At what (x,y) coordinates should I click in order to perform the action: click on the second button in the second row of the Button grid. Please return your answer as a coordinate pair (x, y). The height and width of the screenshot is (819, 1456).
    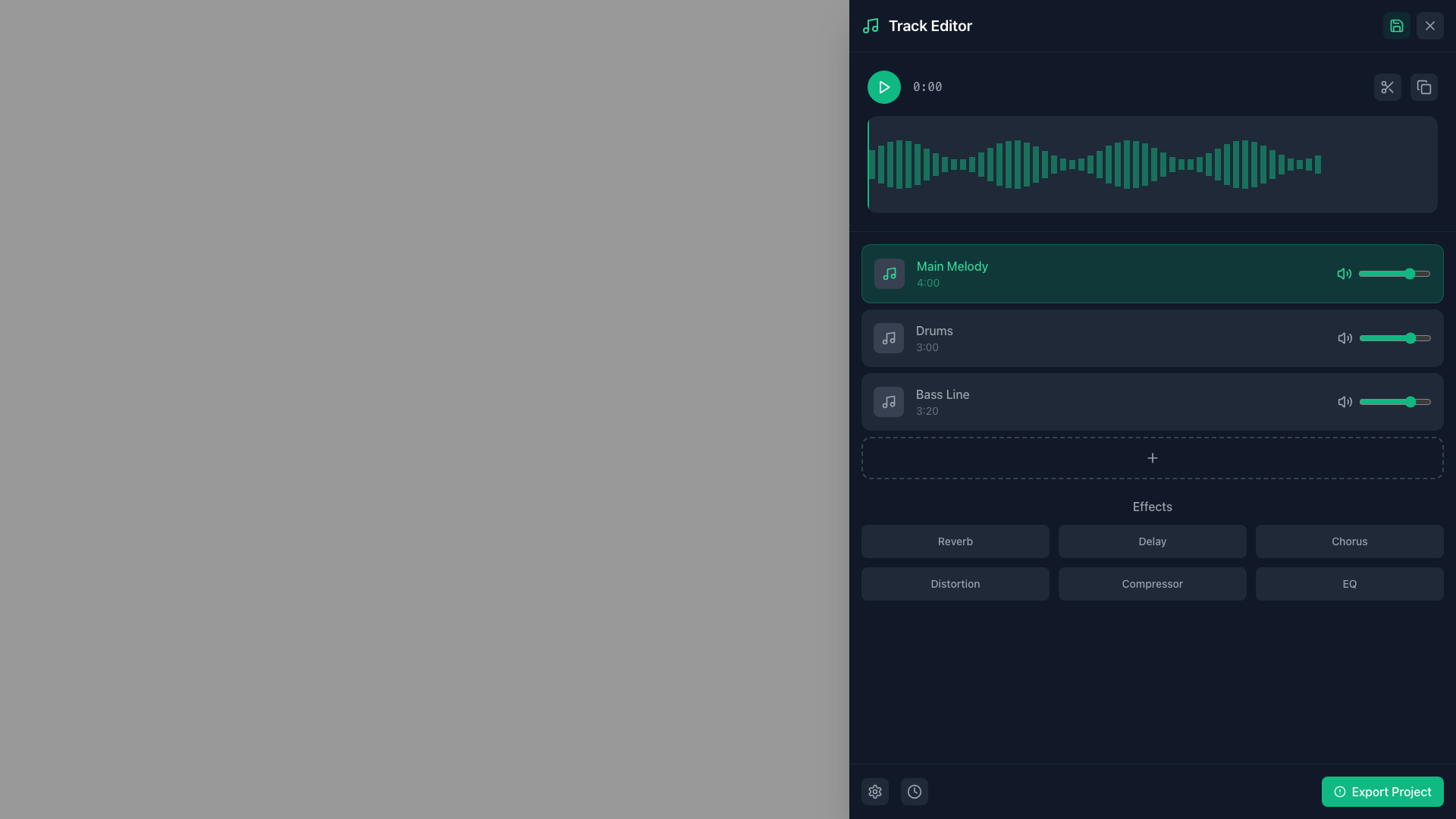
    Looking at the image, I should click on (1153, 562).